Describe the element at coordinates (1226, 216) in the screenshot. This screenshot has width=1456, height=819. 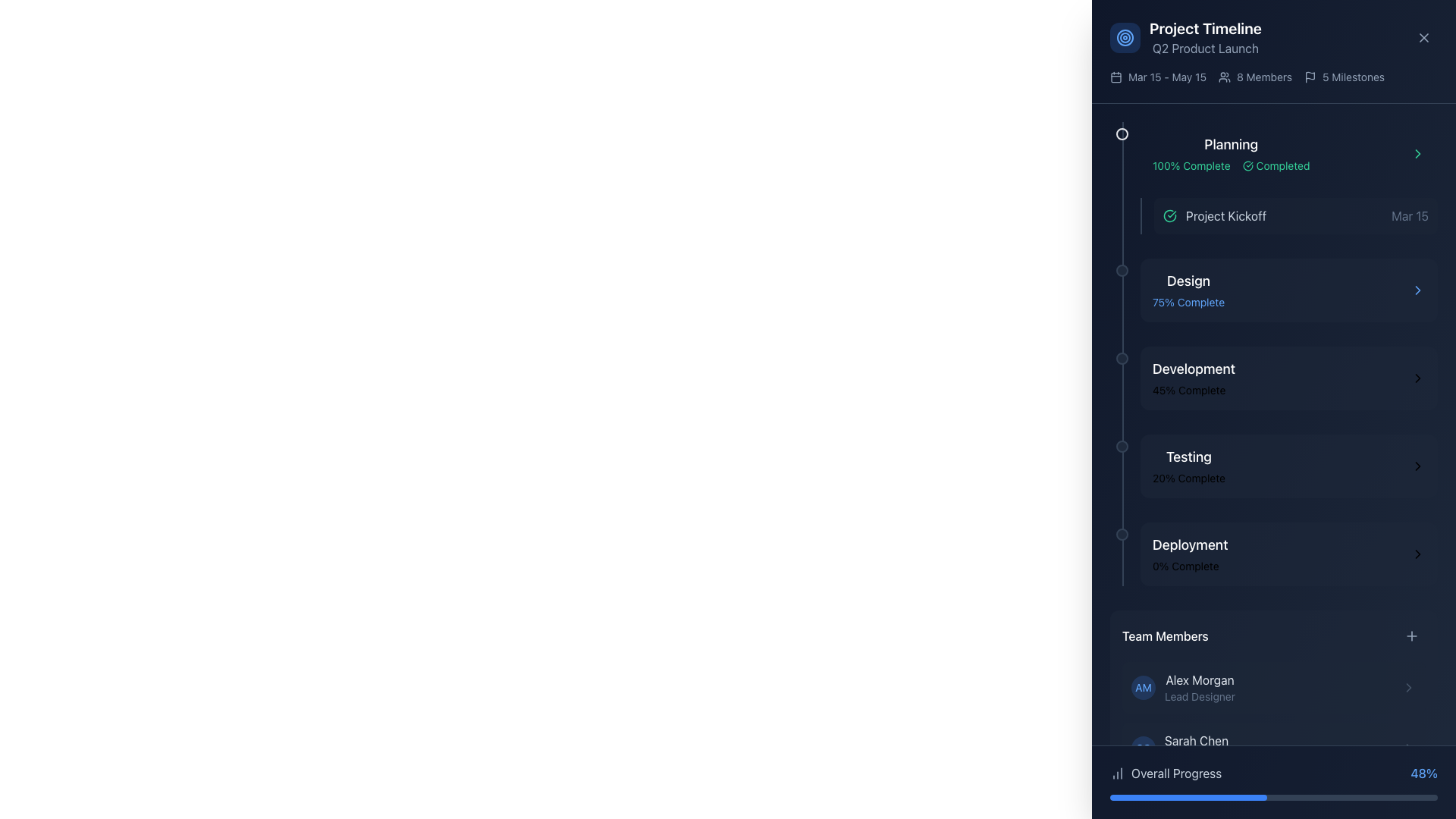
I see `the 'Project Kickoff' text label in the 'Planning' section of the project timeline interface, which is aligned next to a green checkmark icon` at that location.